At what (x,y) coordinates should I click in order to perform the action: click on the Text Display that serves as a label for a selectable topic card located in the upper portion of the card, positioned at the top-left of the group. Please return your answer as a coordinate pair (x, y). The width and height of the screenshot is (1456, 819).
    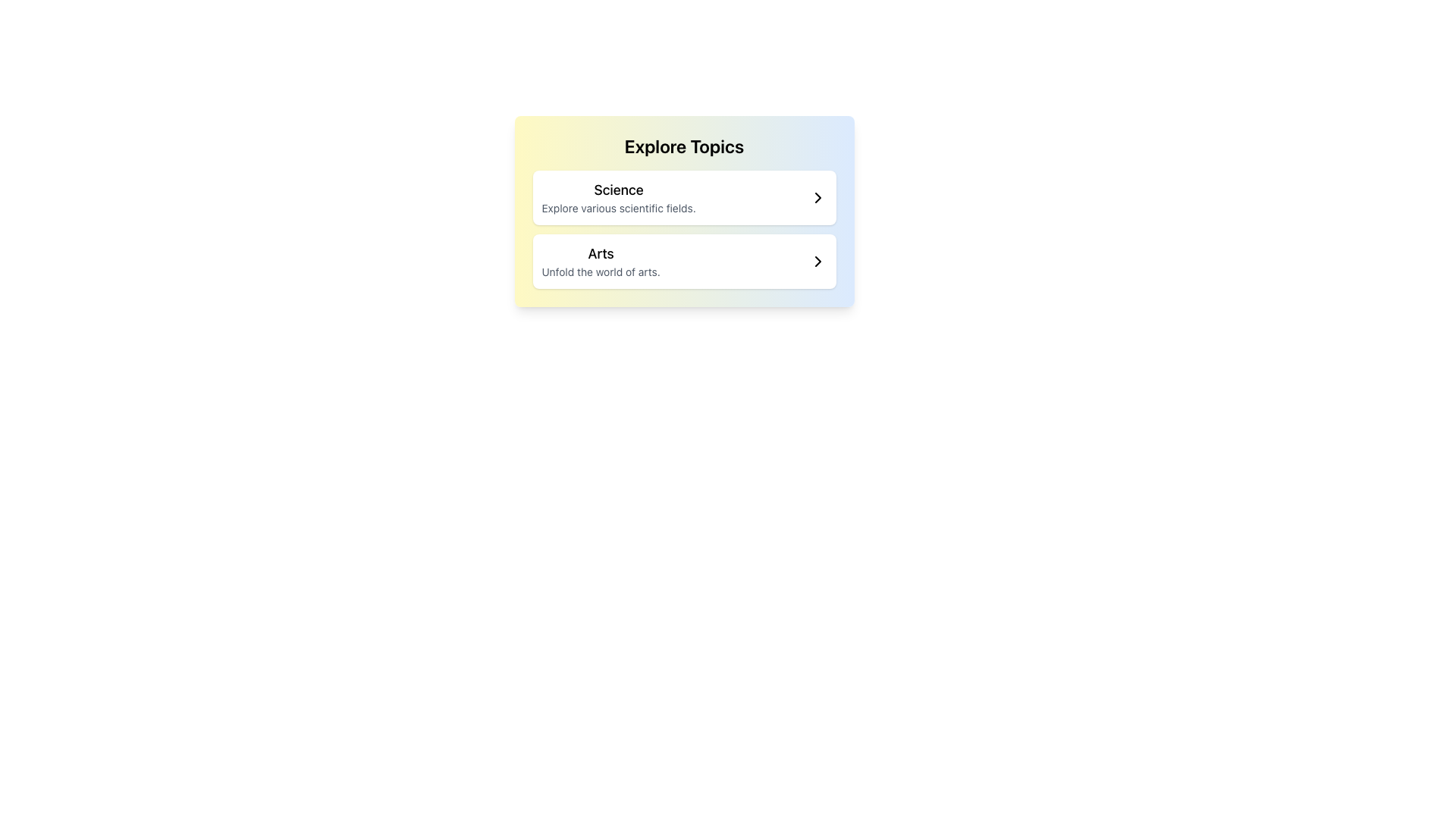
    Looking at the image, I should click on (619, 197).